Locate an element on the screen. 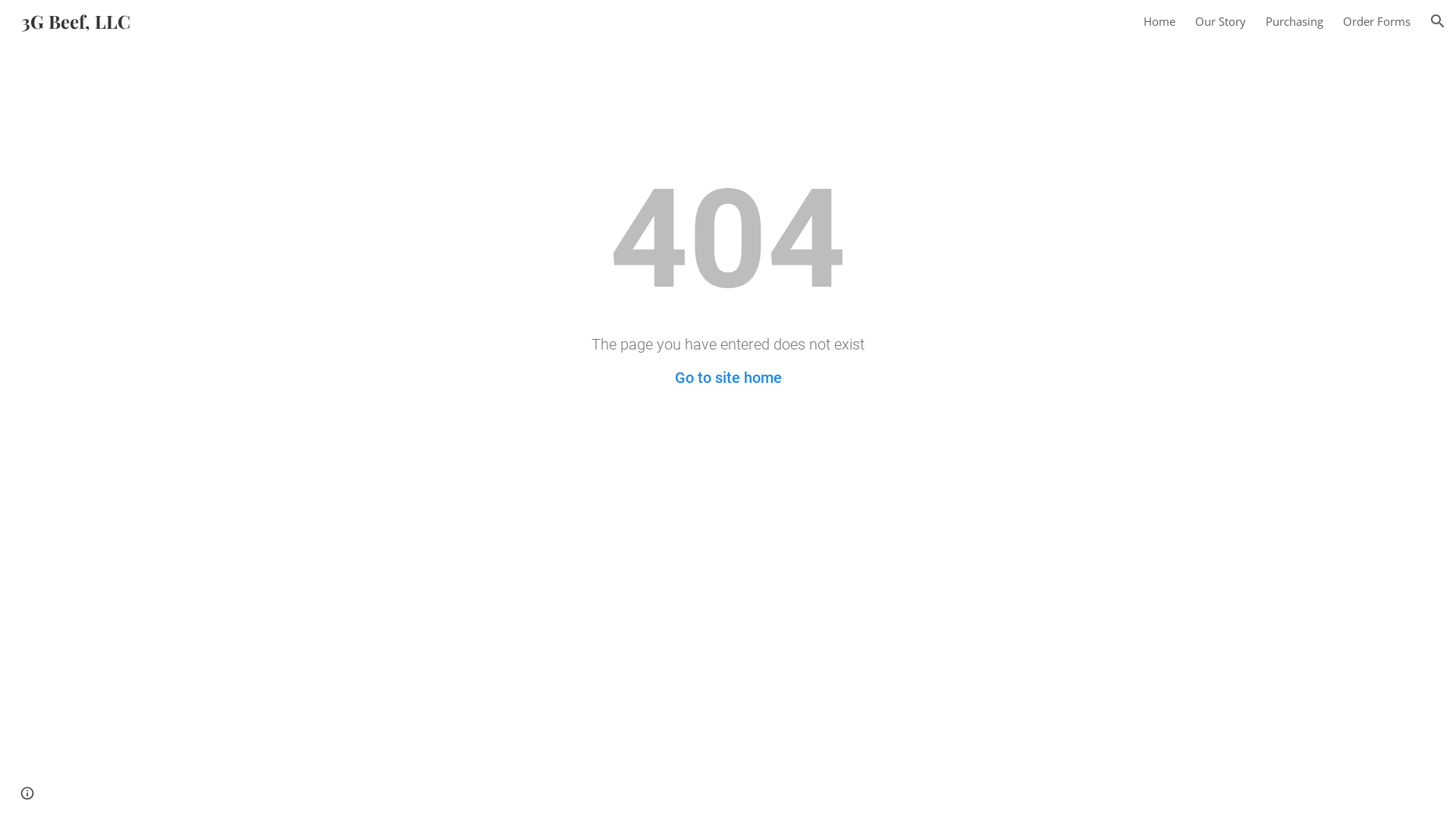  'Our Story' is located at coordinates (1220, 20).